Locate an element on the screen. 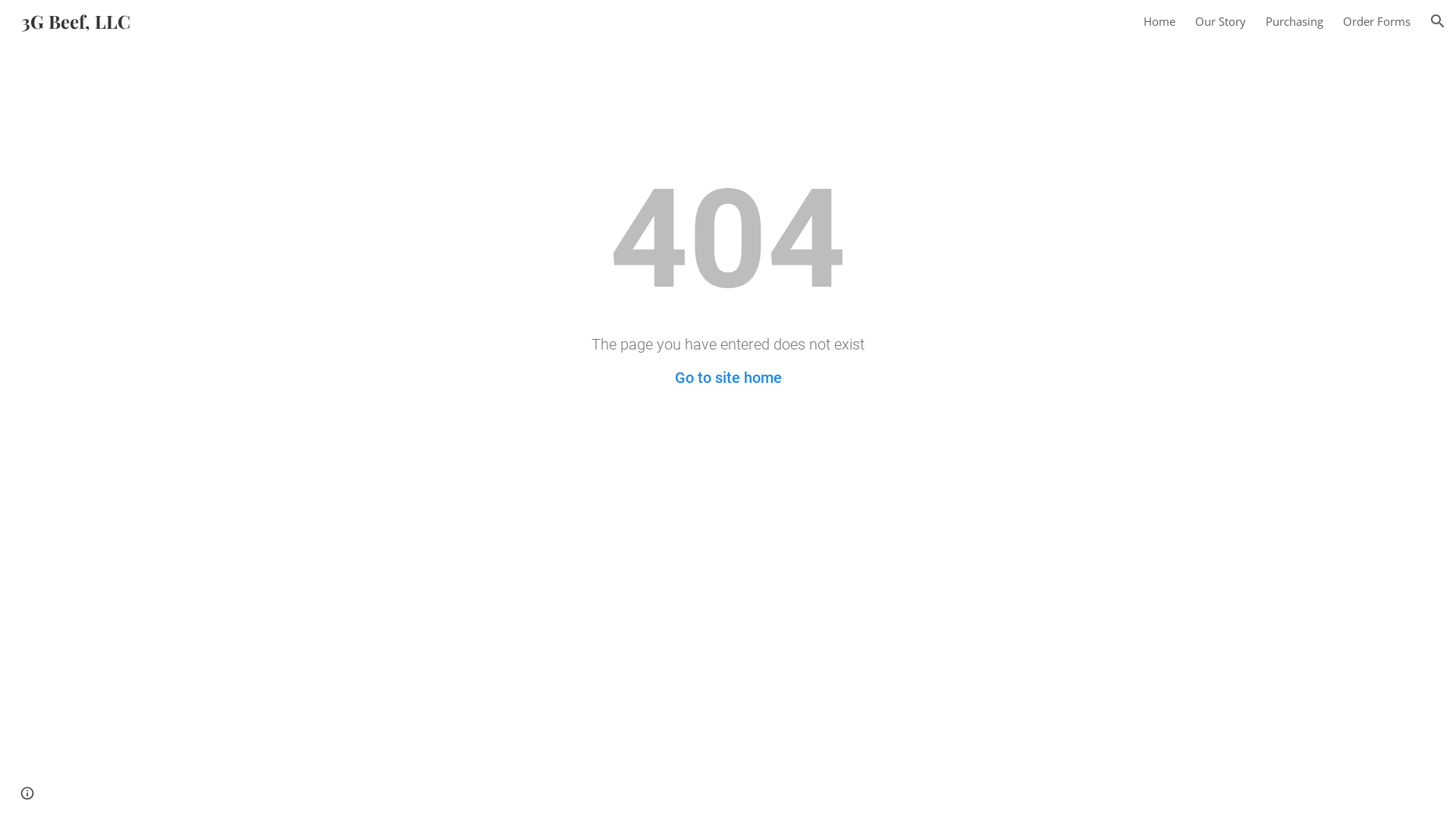  'Our Story' is located at coordinates (1220, 20).